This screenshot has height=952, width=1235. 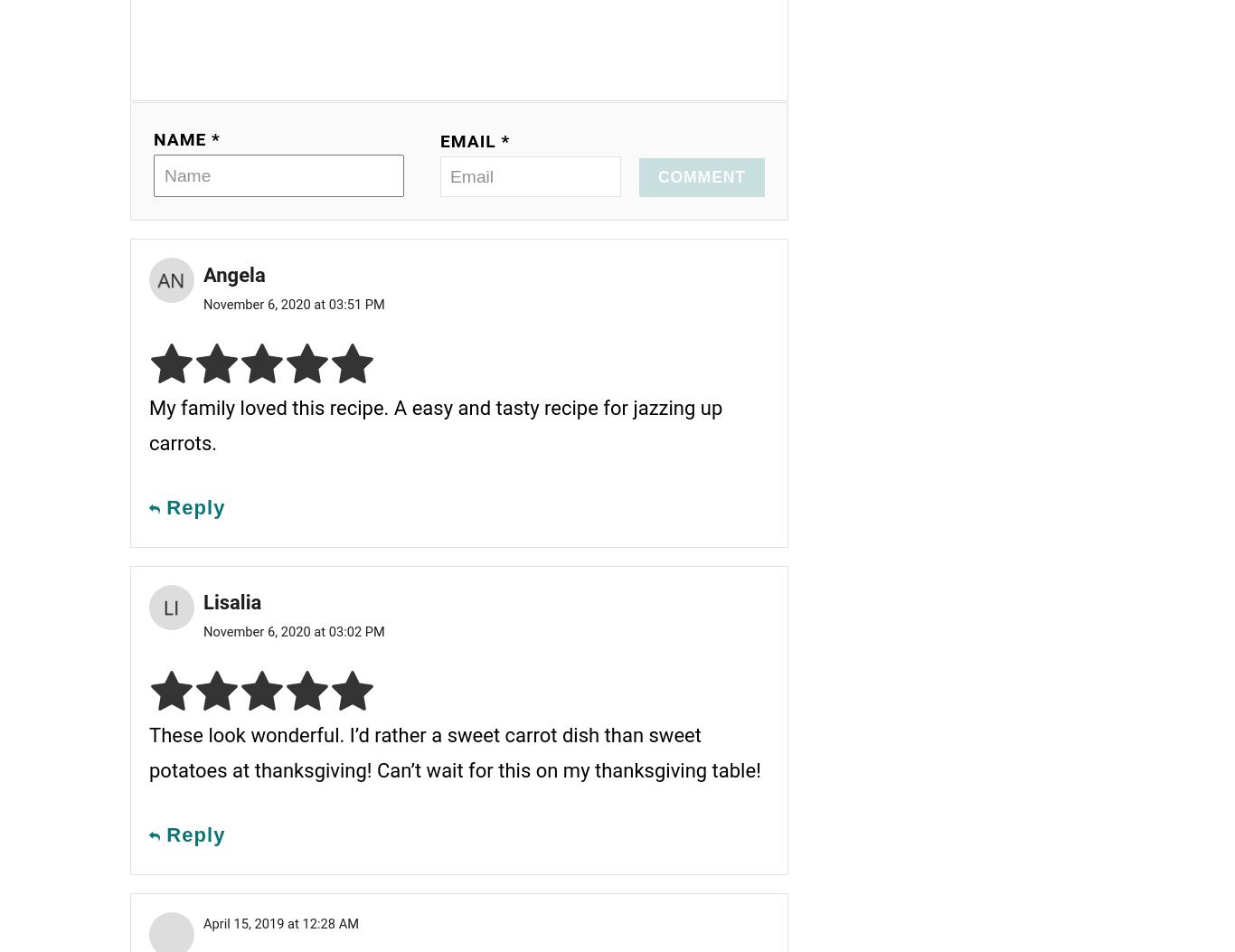 I want to click on 'Name *', so click(x=185, y=138).